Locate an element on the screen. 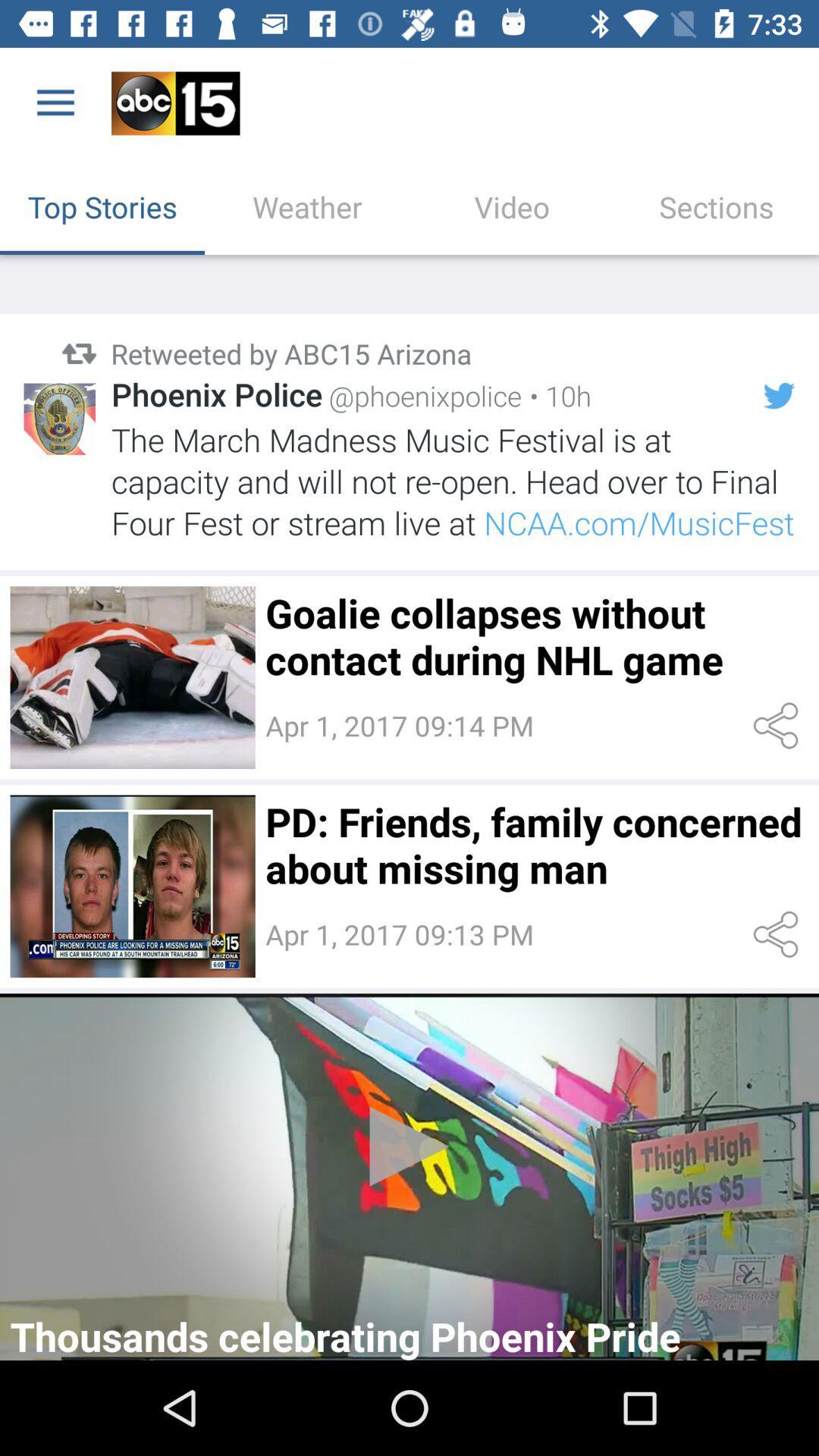 The image size is (819, 1456). watch the video is located at coordinates (409, 1176).